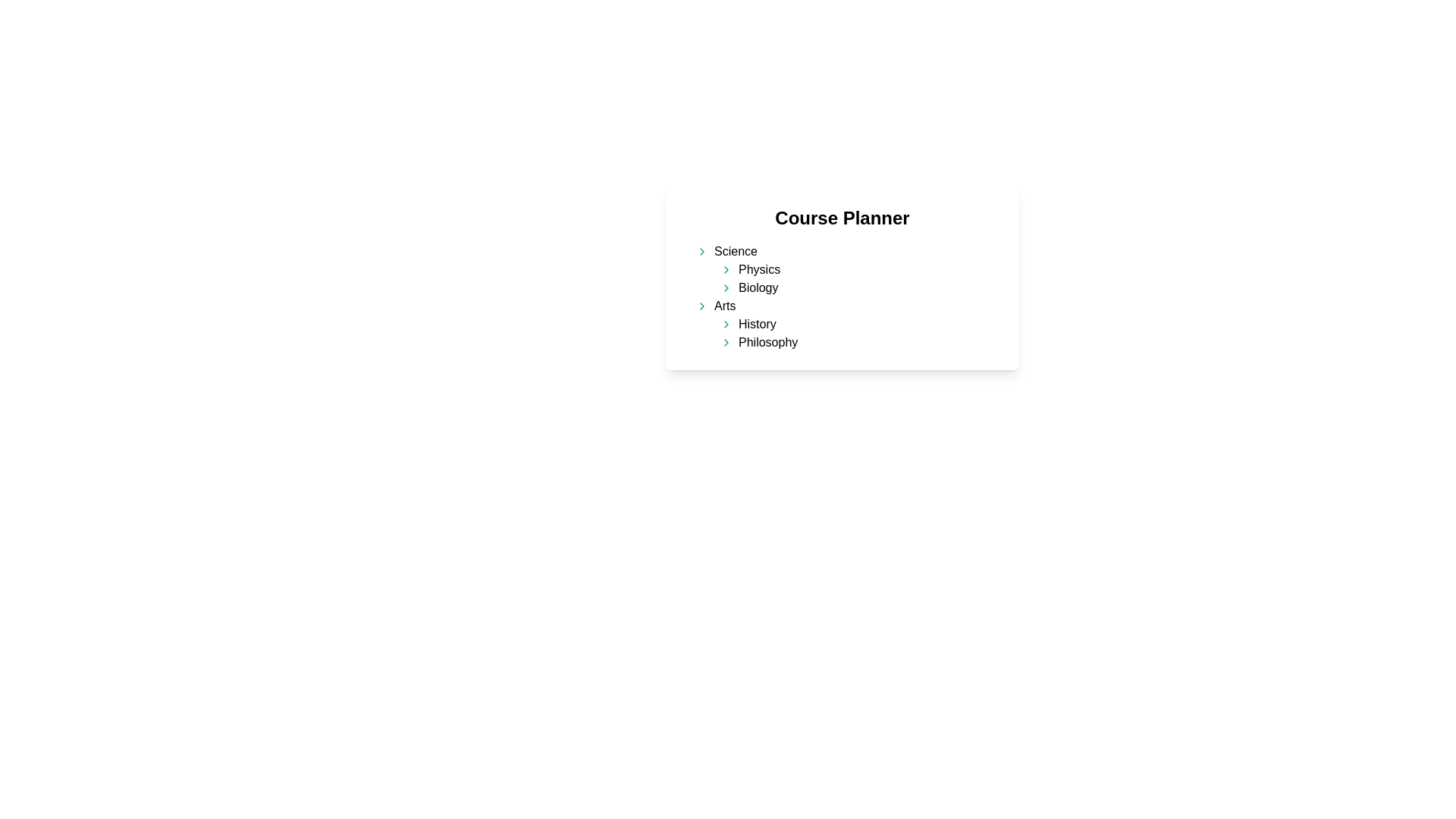 This screenshot has height=819, width=1456. What do you see at coordinates (726, 288) in the screenshot?
I see `the chevron icon next to the 'Biology' text for highlighting effects` at bounding box center [726, 288].